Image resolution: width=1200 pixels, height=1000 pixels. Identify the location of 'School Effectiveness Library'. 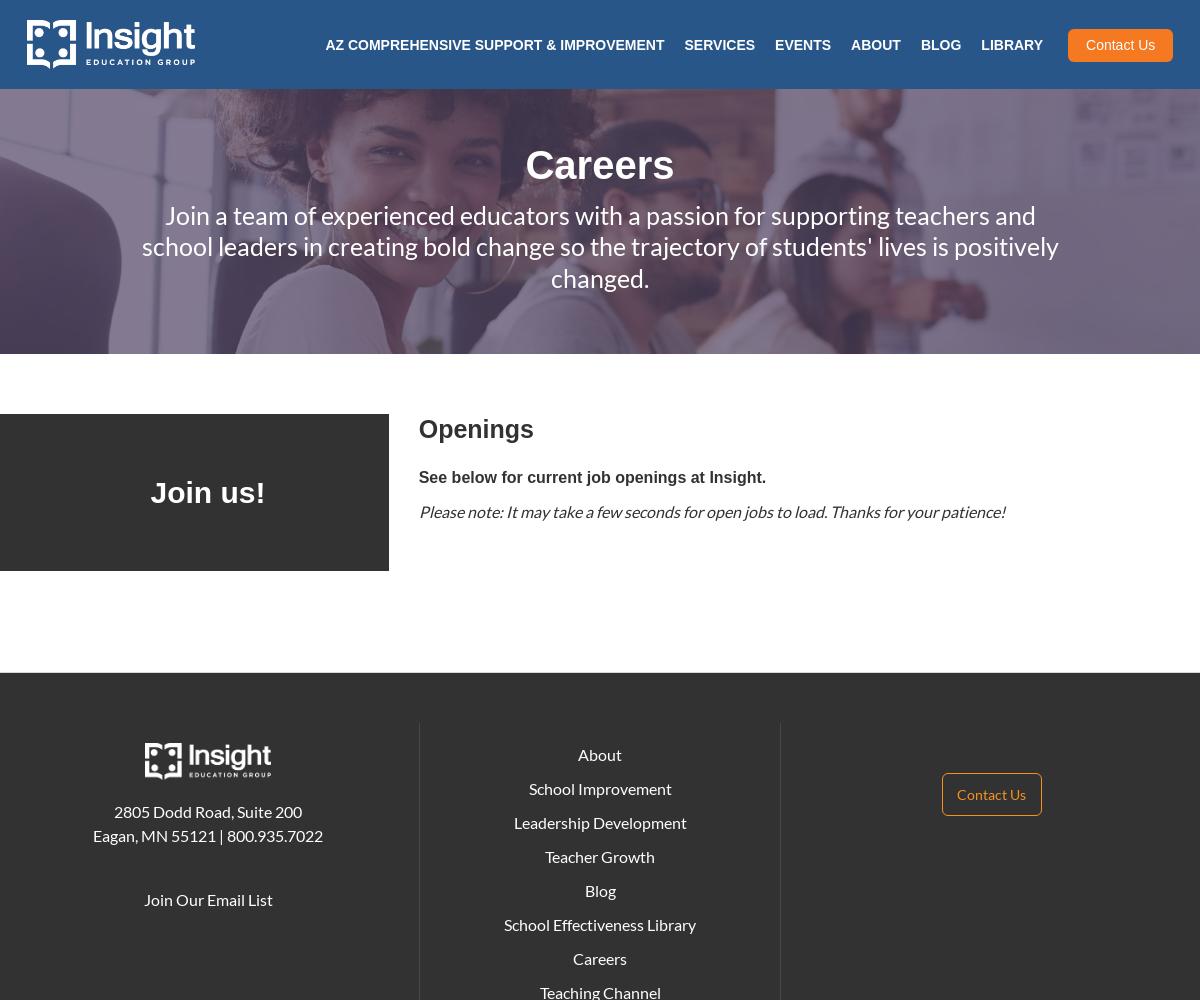
(600, 924).